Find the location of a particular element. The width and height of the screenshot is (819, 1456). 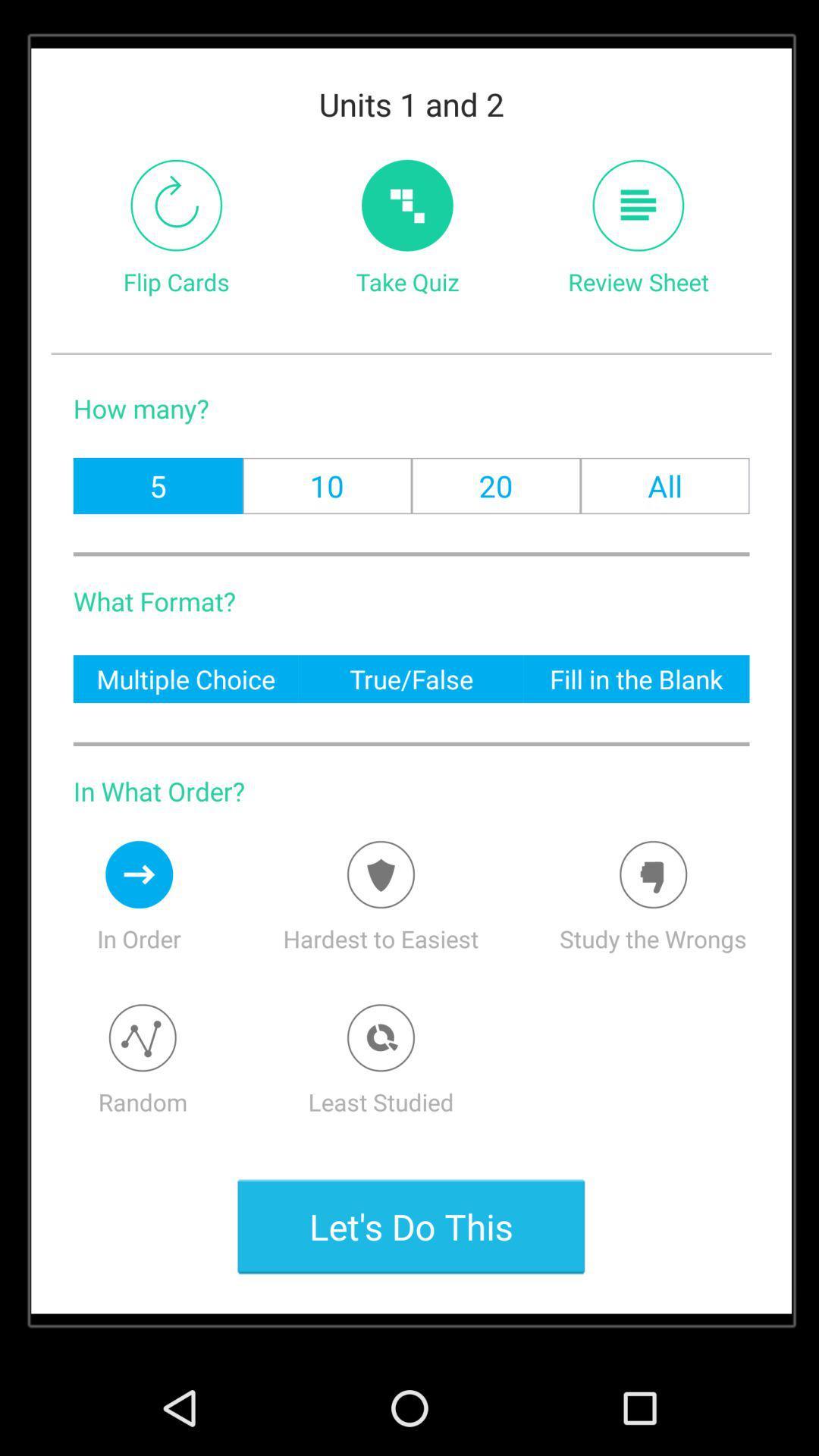

the item to the right of flip cards is located at coordinates (406, 205).